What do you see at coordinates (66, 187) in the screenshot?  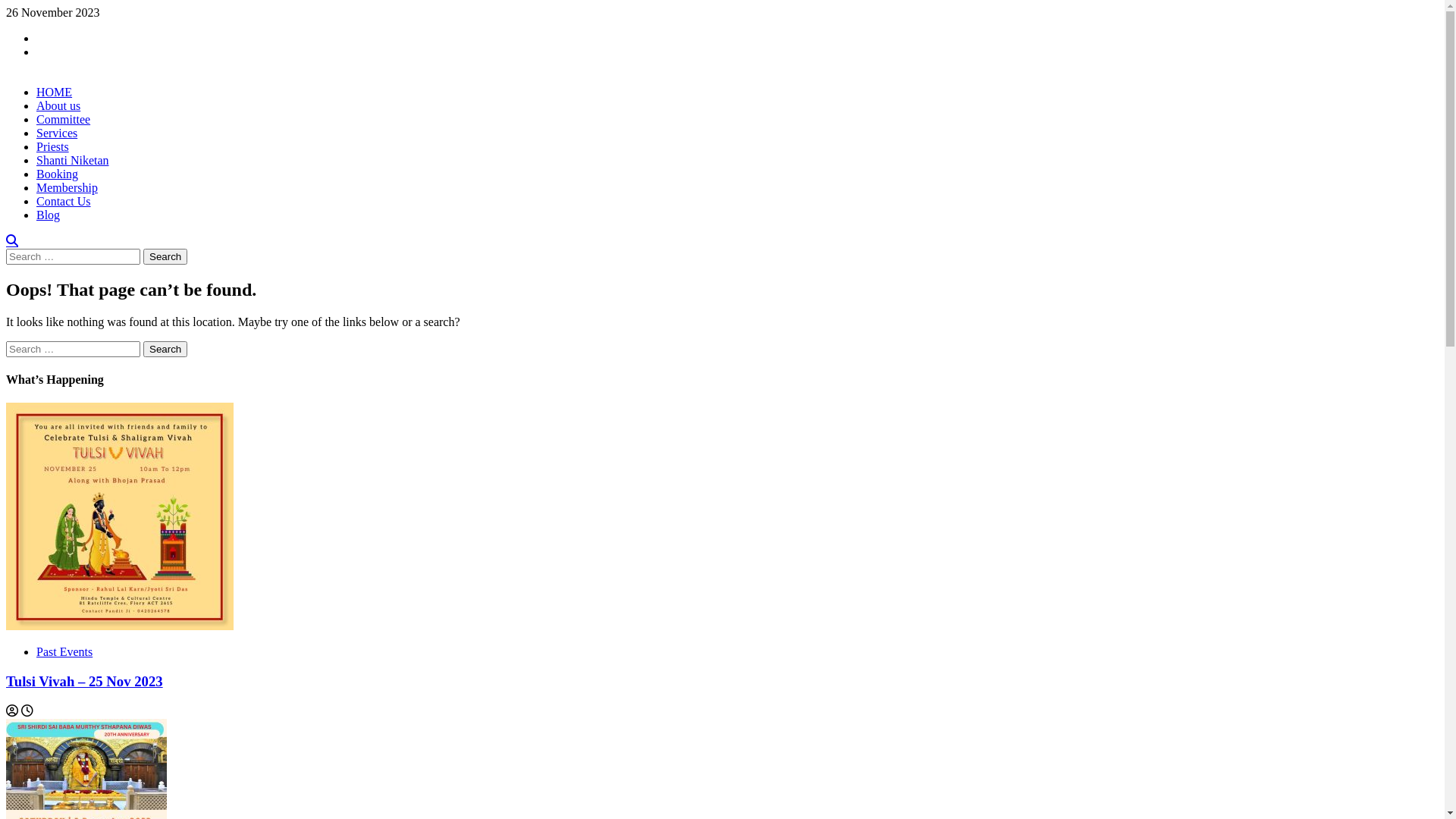 I see `'Membership'` at bounding box center [66, 187].